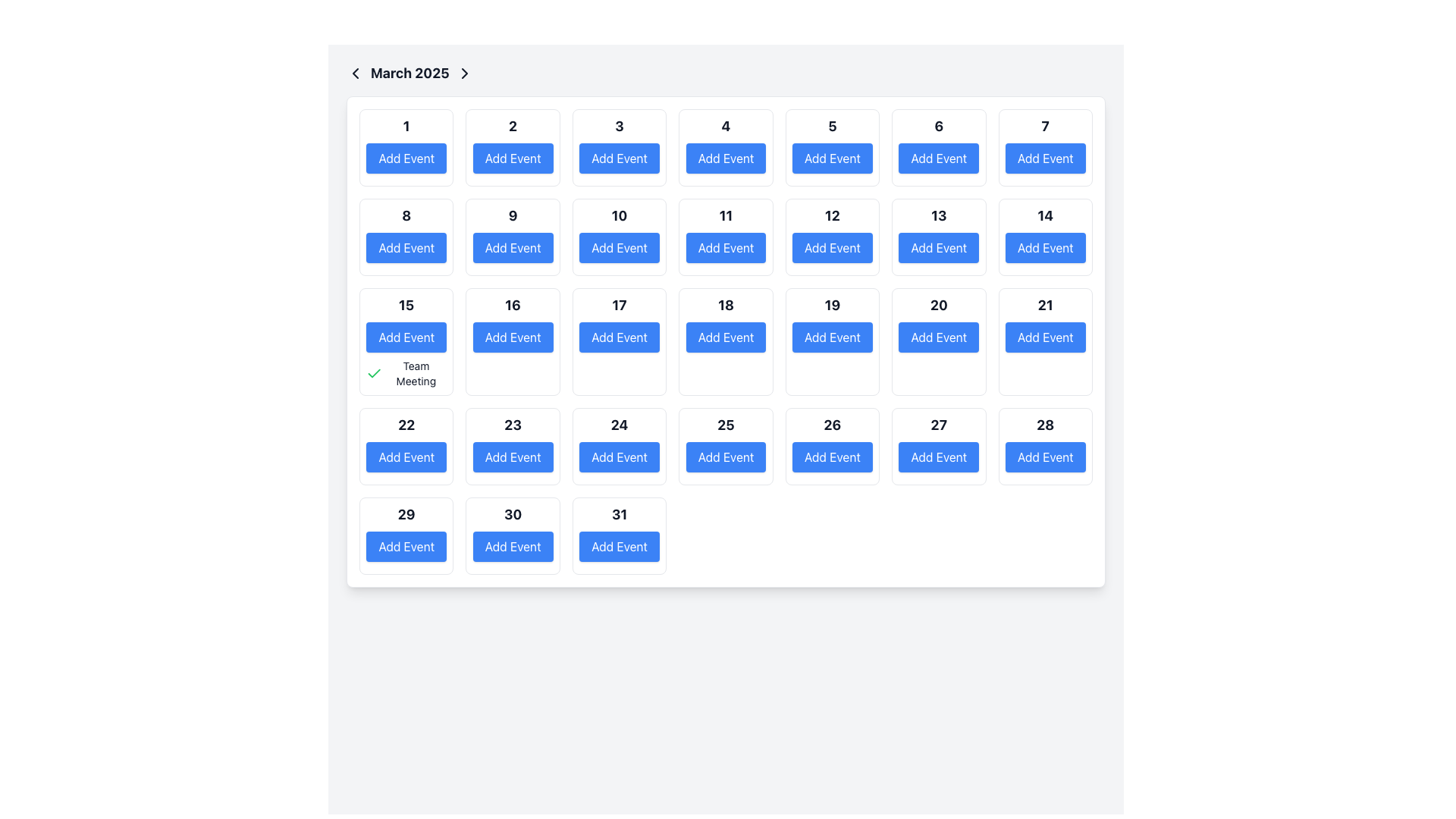 The image size is (1456, 819). I want to click on the button located in the calendar grid cell labeled '11' to initiate adding an event, so click(725, 247).